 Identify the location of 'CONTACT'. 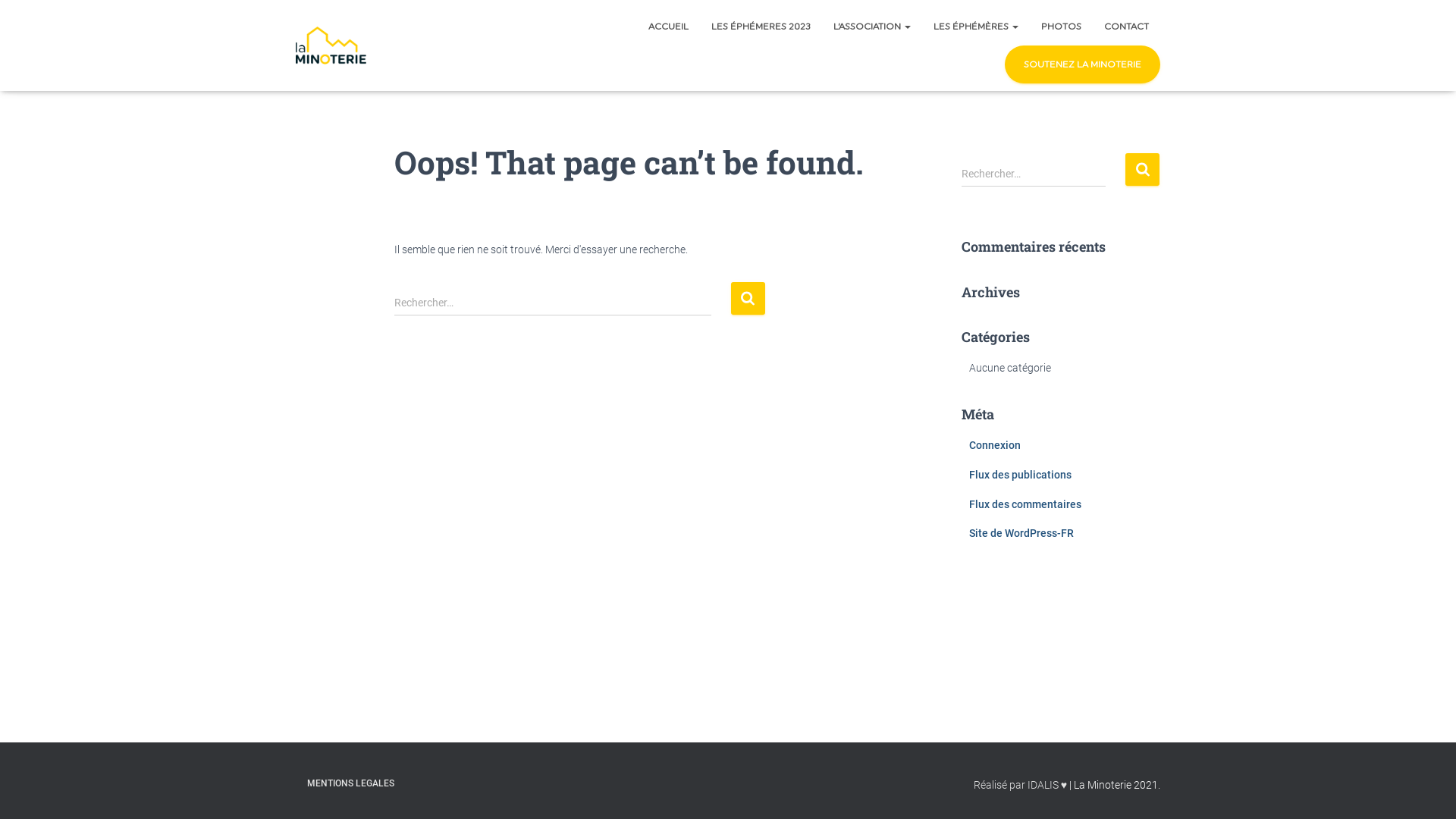
(1092, 26).